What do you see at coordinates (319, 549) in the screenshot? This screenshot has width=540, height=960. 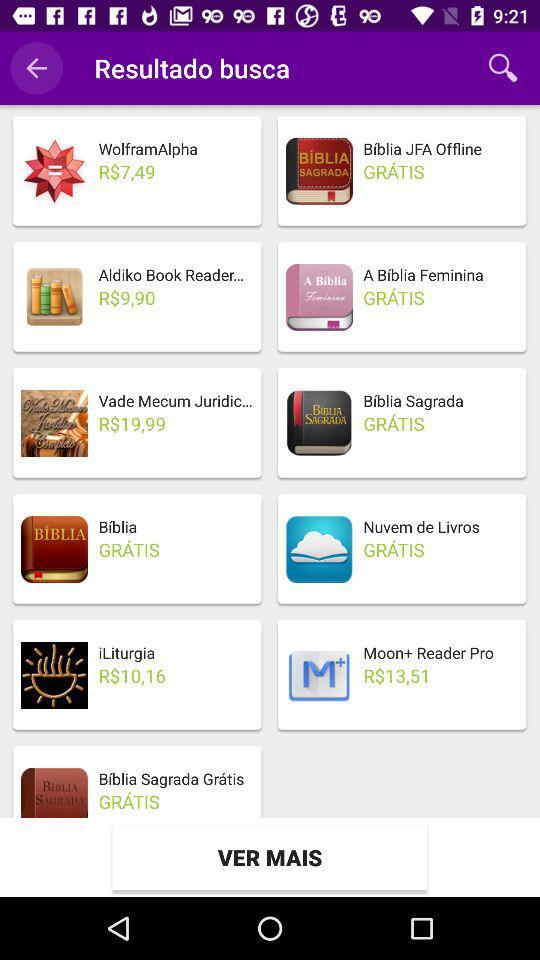 I see `the blue icon with a cloud` at bounding box center [319, 549].